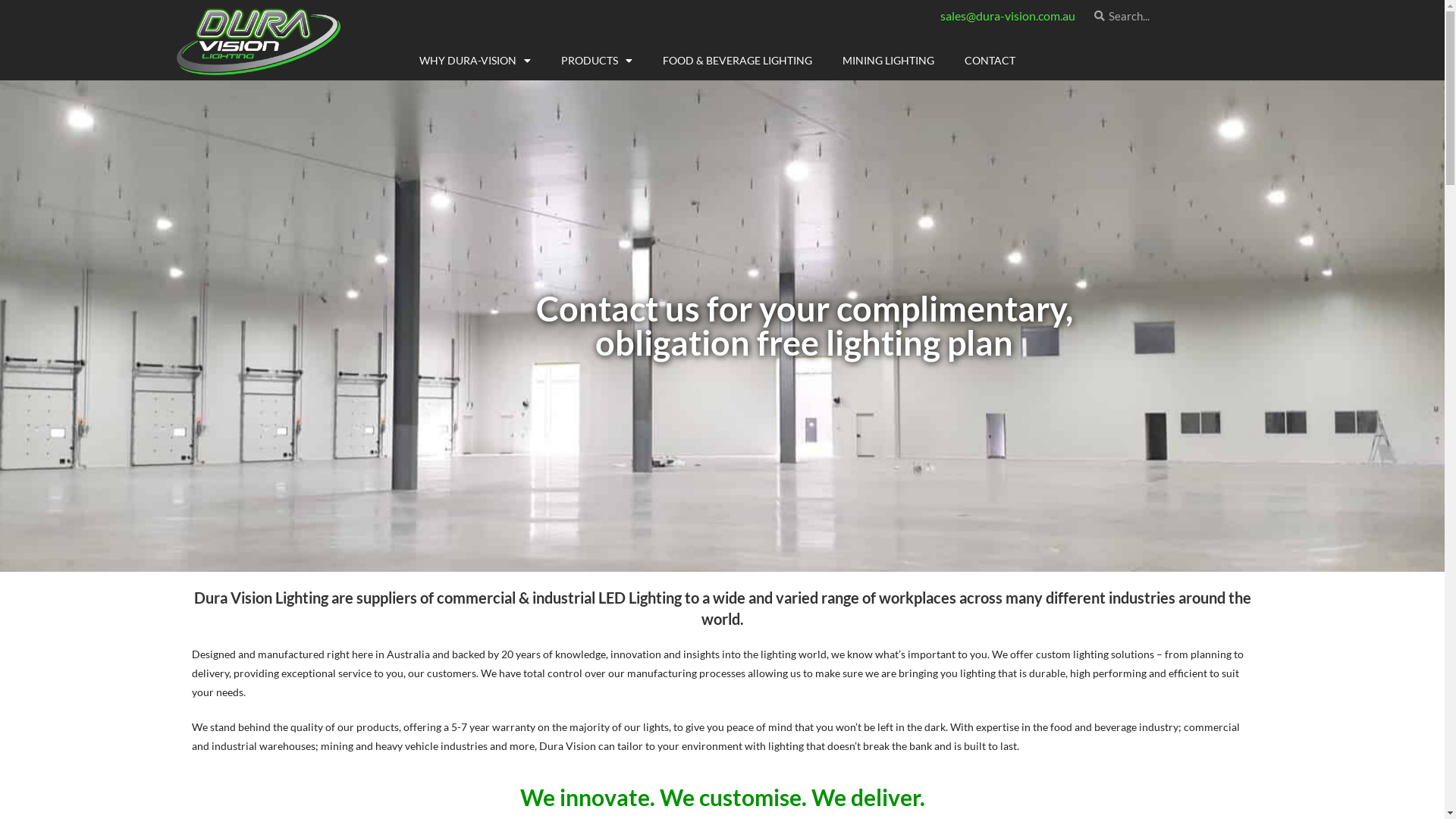 Image resolution: width=1456 pixels, height=819 pixels. Describe the element at coordinates (546, 60) in the screenshot. I see `'PRODUCTS'` at that location.